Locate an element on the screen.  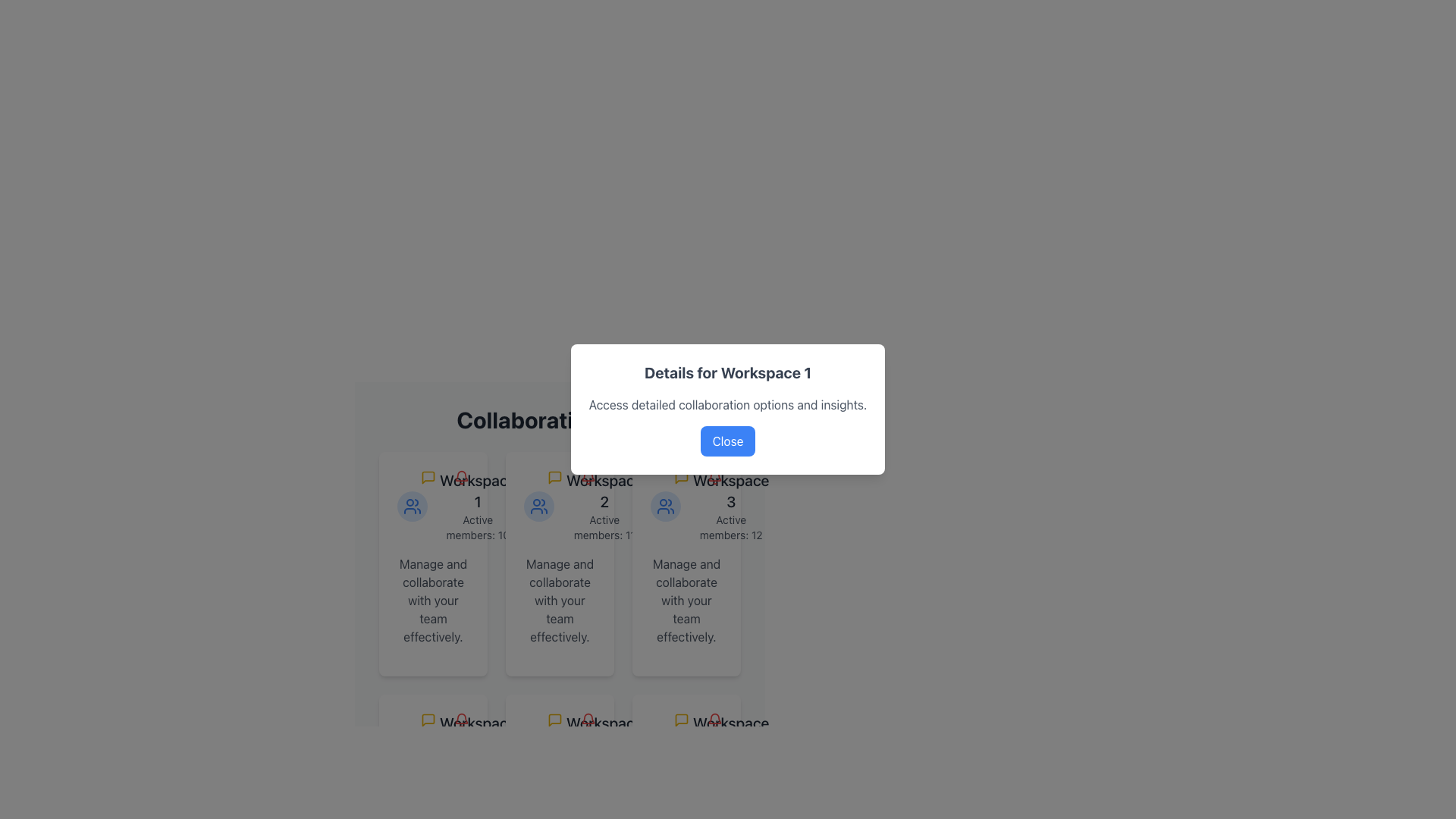
the notification icon, which is positioned in a circular button below the modal dialog's title and above workspace cards is located at coordinates (588, 476).